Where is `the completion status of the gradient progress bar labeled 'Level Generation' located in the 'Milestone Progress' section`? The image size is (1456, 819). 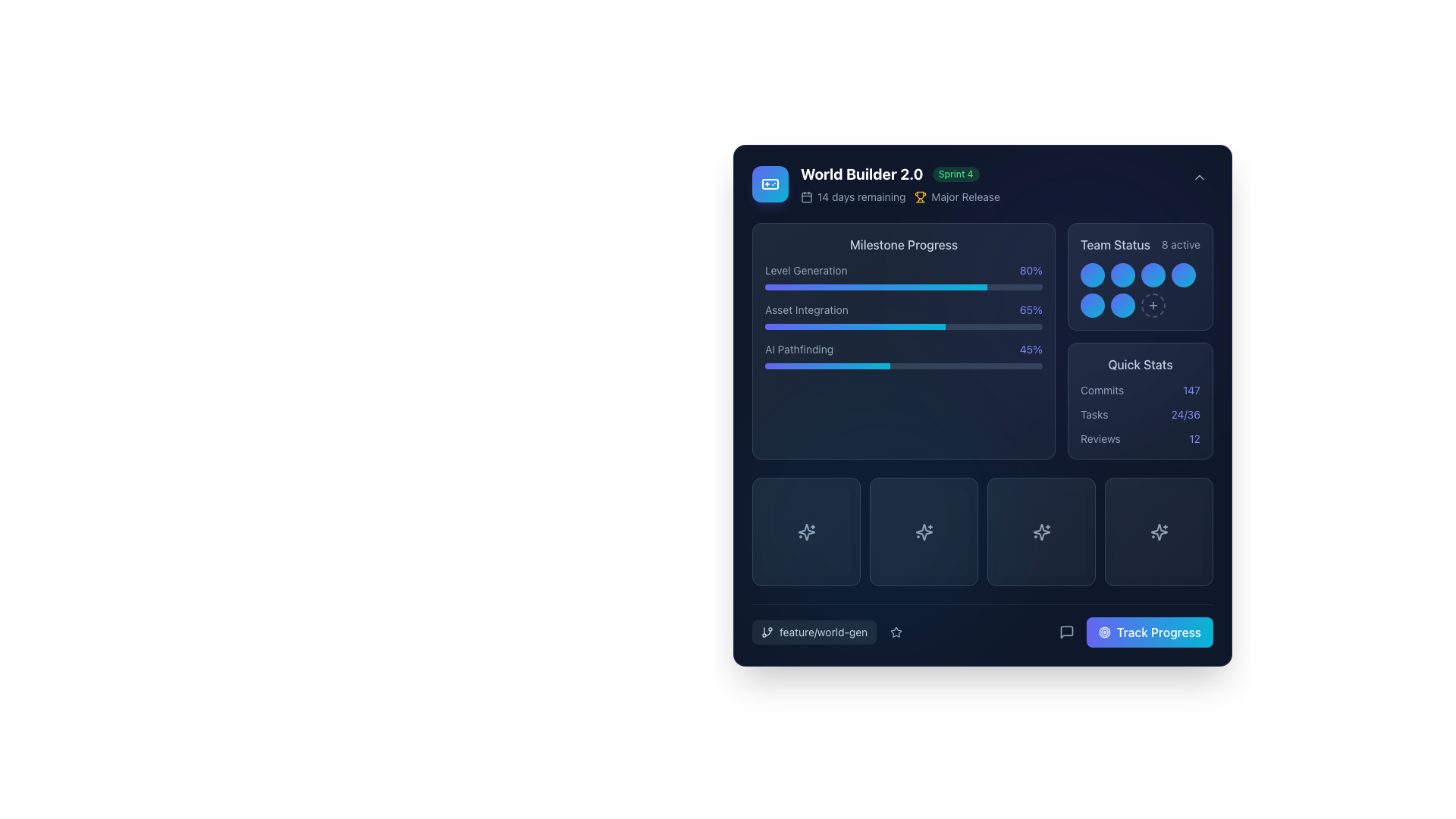
the completion status of the gradient progress bar labeled 'Level Generation' located in the 'Milestone Progress' section is located at coordinates (876, 287).